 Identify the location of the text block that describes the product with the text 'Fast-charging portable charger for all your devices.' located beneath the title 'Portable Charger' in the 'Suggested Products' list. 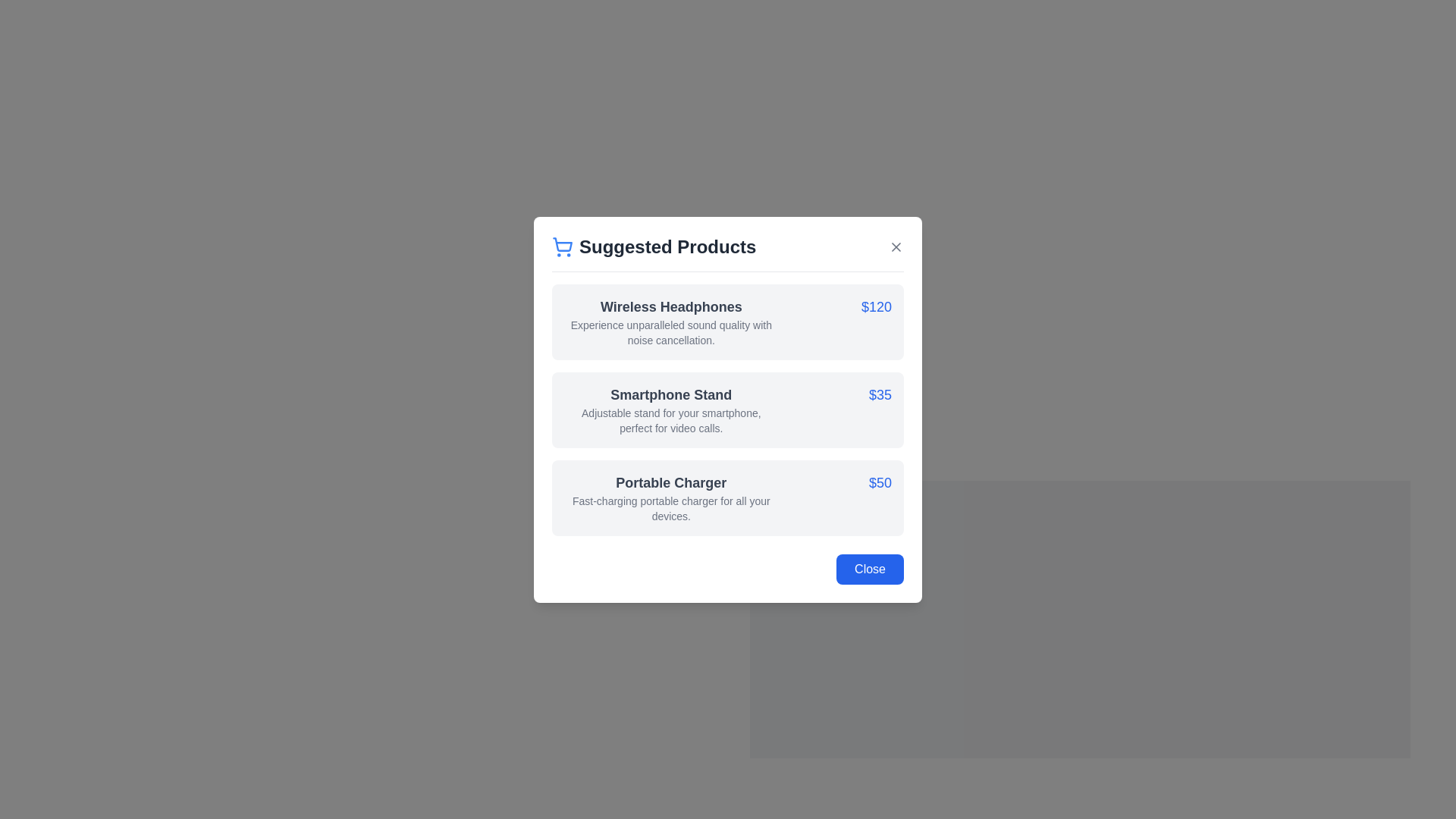
(670, 508).